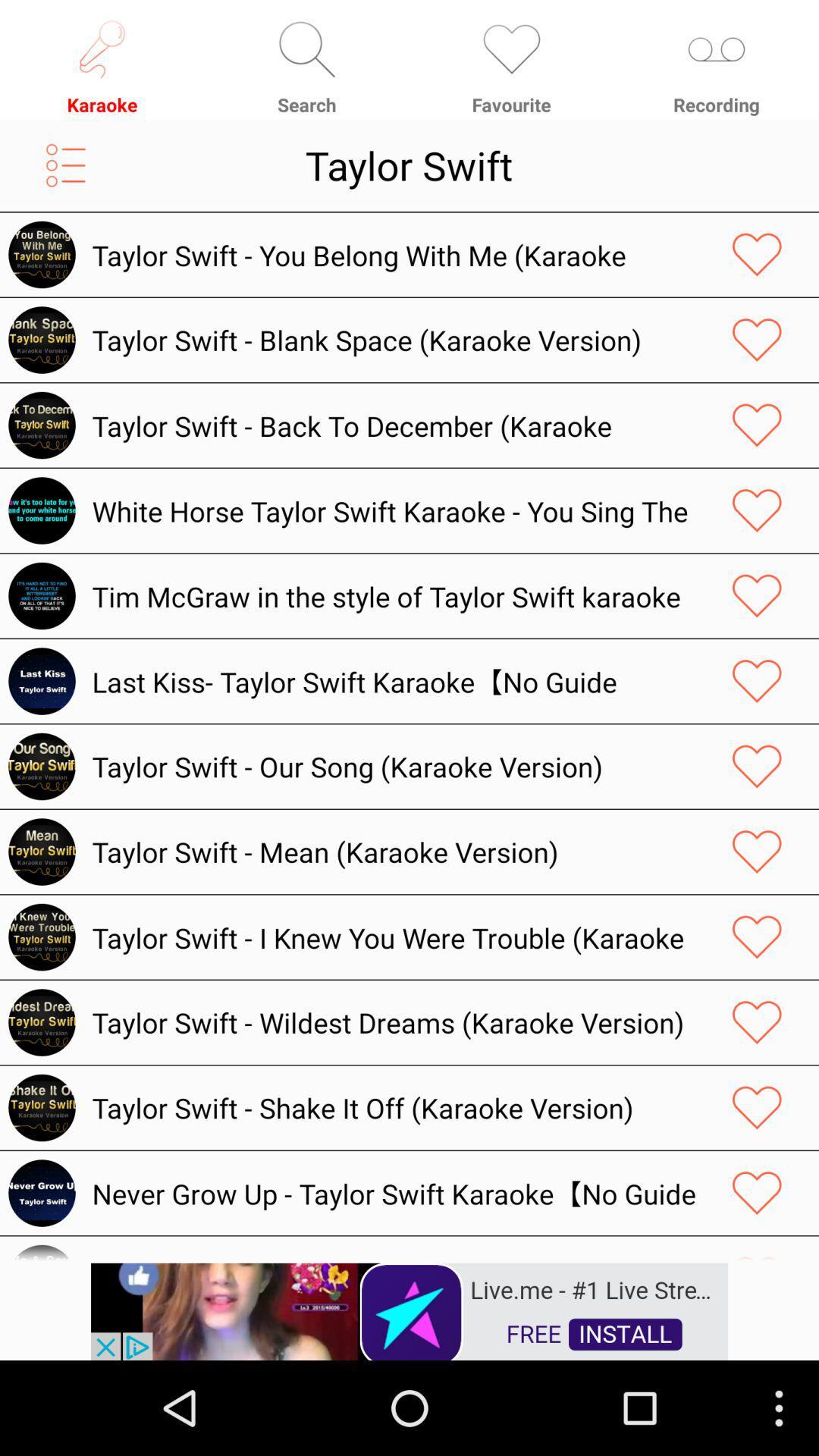 The image size is (819, 1456). I want to click on advertisement, so click(409, 1310).